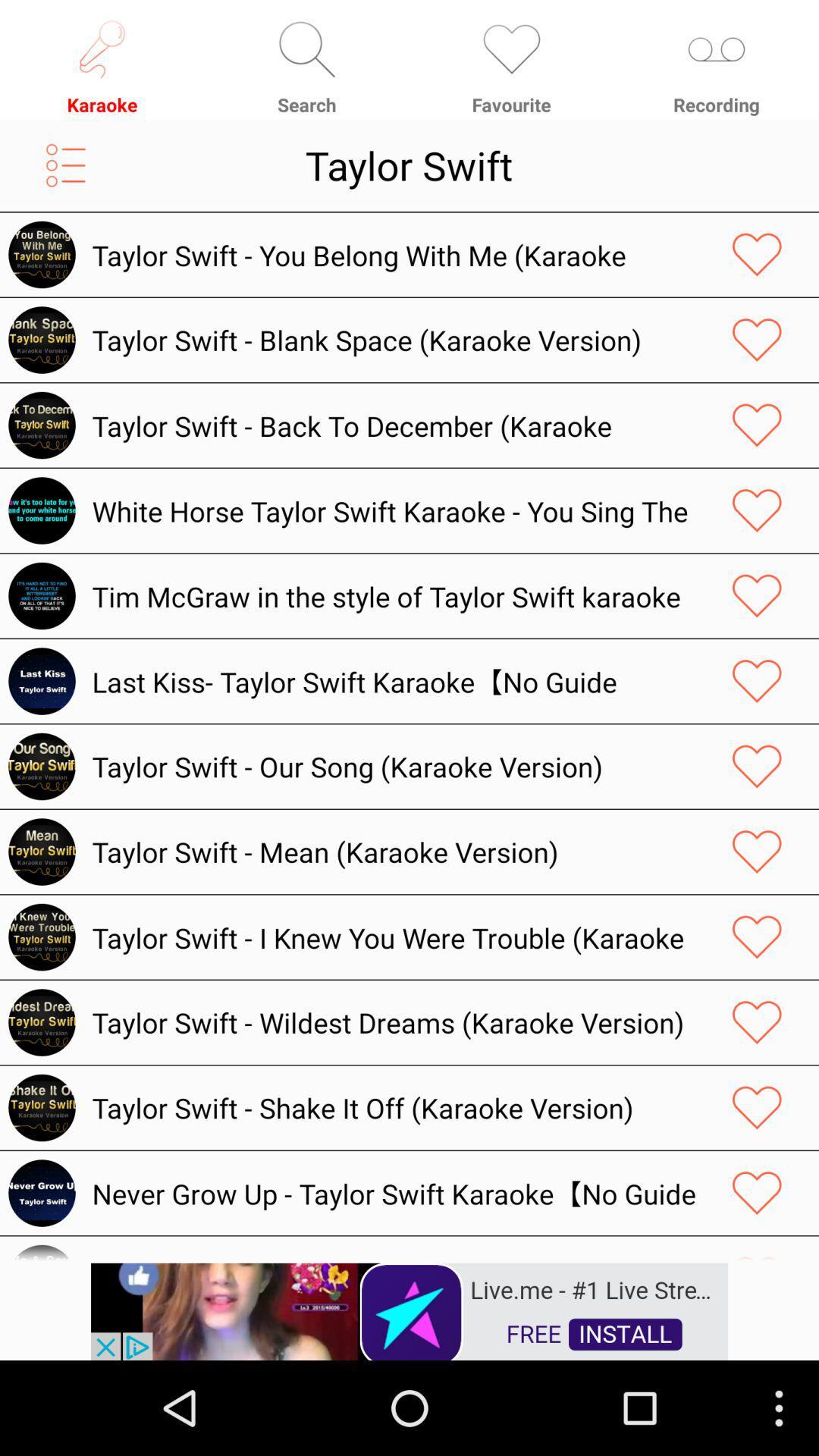 The image size is (819, 1456). I want to click on advertisement, so click(409, 1310).